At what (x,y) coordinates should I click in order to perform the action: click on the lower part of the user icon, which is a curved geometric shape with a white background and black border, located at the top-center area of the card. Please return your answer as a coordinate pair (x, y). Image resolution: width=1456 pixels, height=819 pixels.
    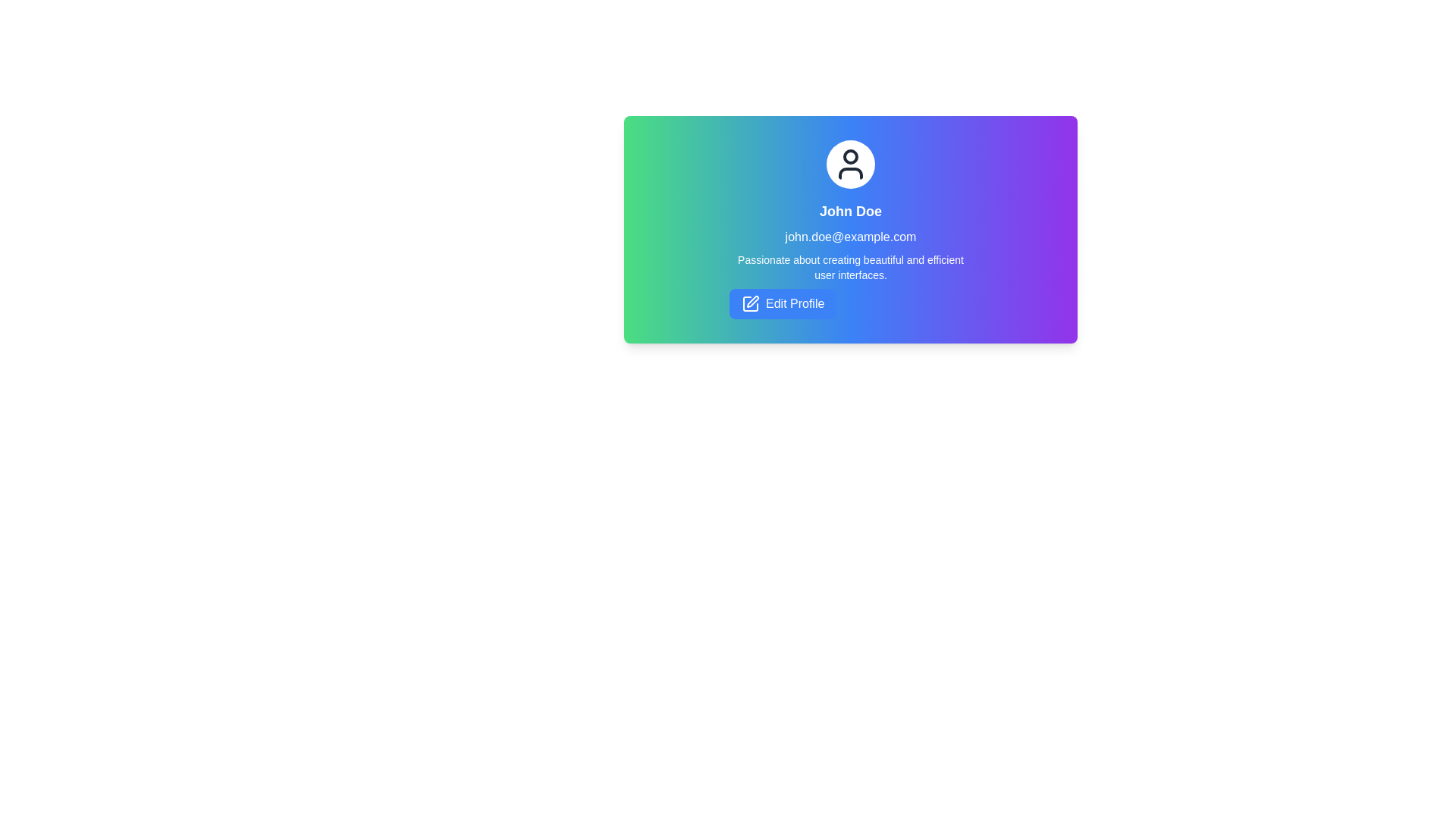
    Looking at the image, I should click on (851, 172).